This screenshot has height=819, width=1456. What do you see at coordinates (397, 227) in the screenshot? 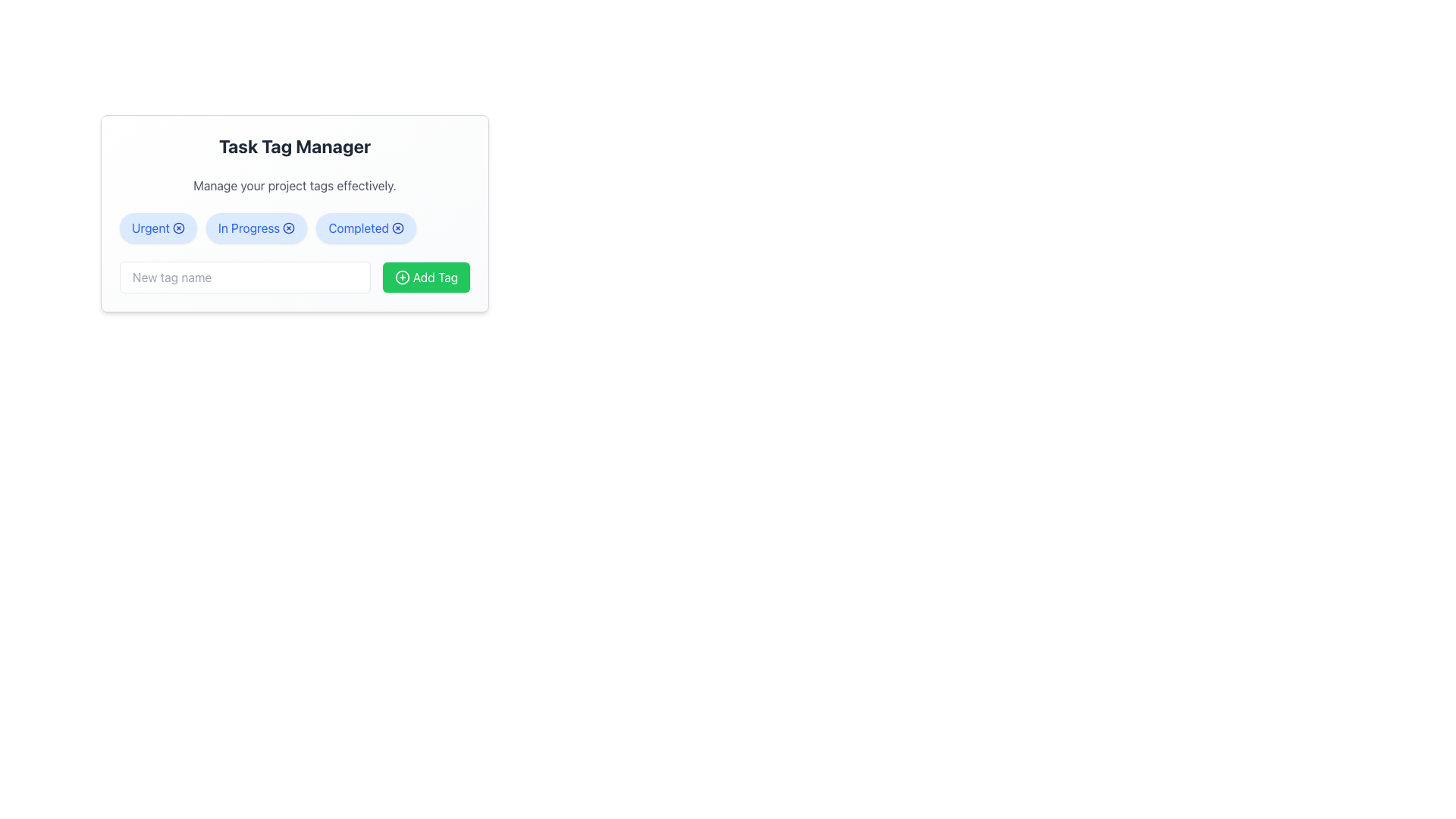
I see `the small circular icon button with a blue outline enclosing an 'X' mark, located at the rightmost end of the 'Completed' tag, adjacent to the text 'Completed'` at bounding box center [397, 227].